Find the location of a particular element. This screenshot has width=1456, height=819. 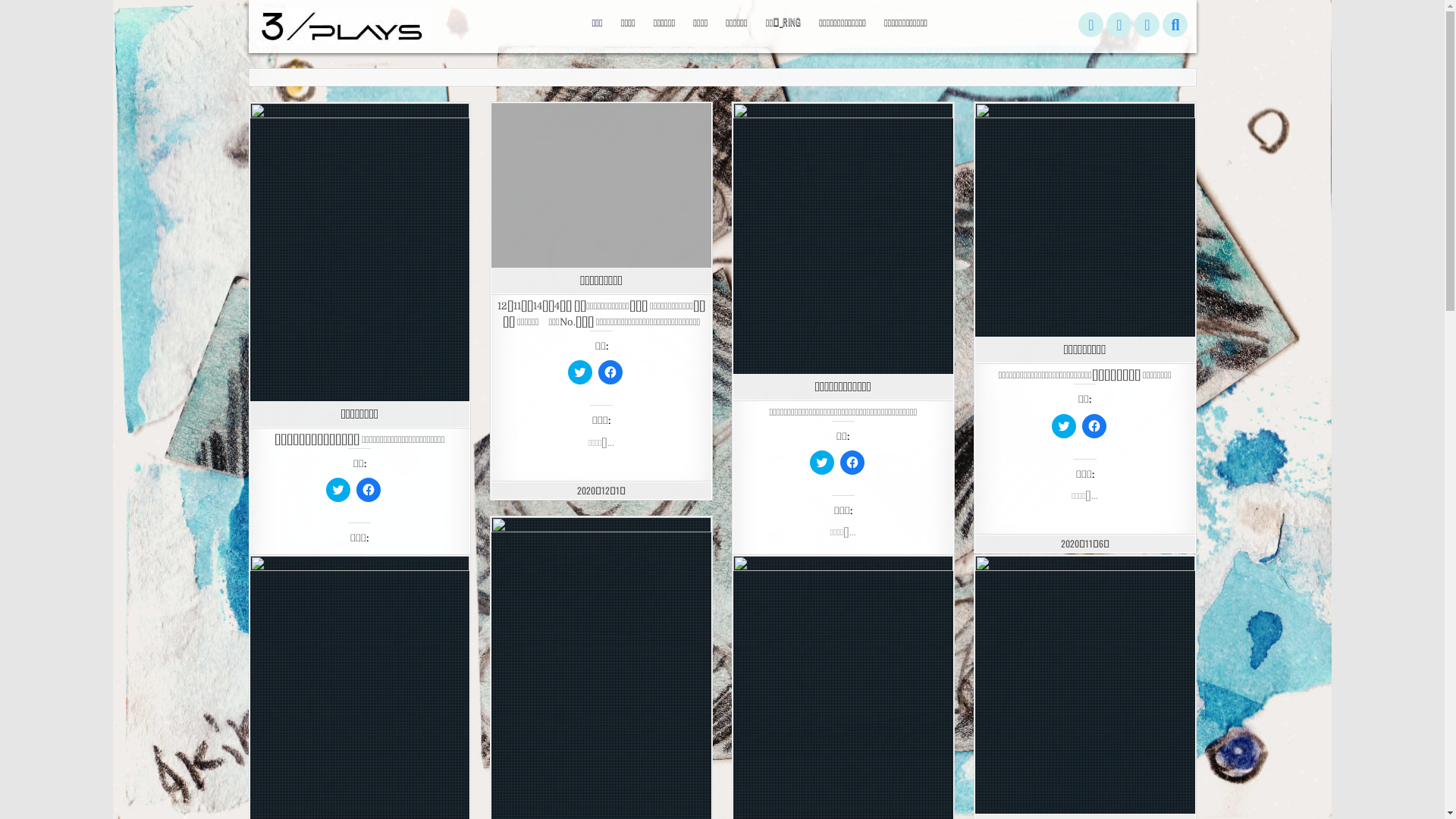

'Twitter' is located at coordinates (1090, 25).